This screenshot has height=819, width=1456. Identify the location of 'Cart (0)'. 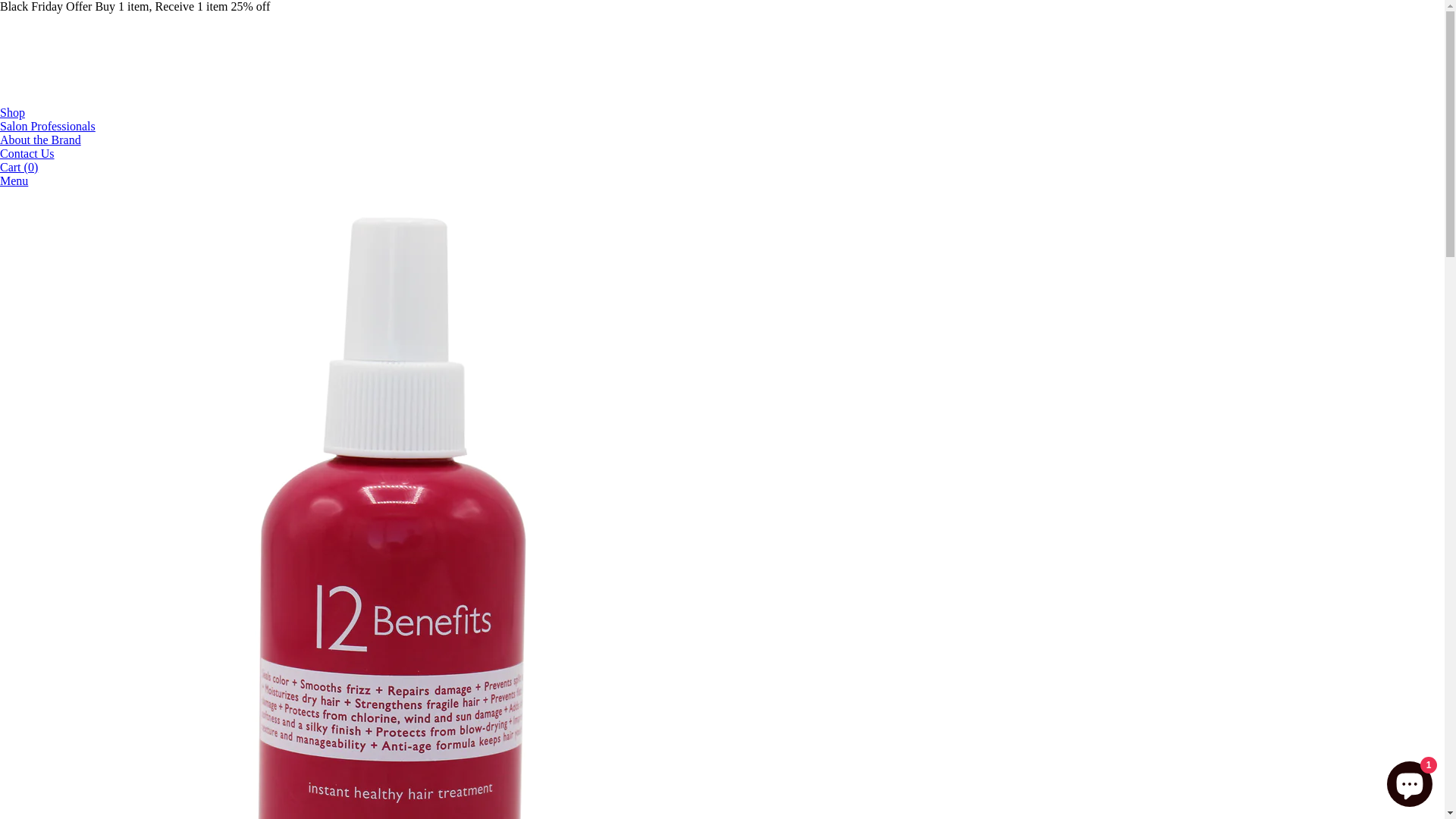
(0, 167).